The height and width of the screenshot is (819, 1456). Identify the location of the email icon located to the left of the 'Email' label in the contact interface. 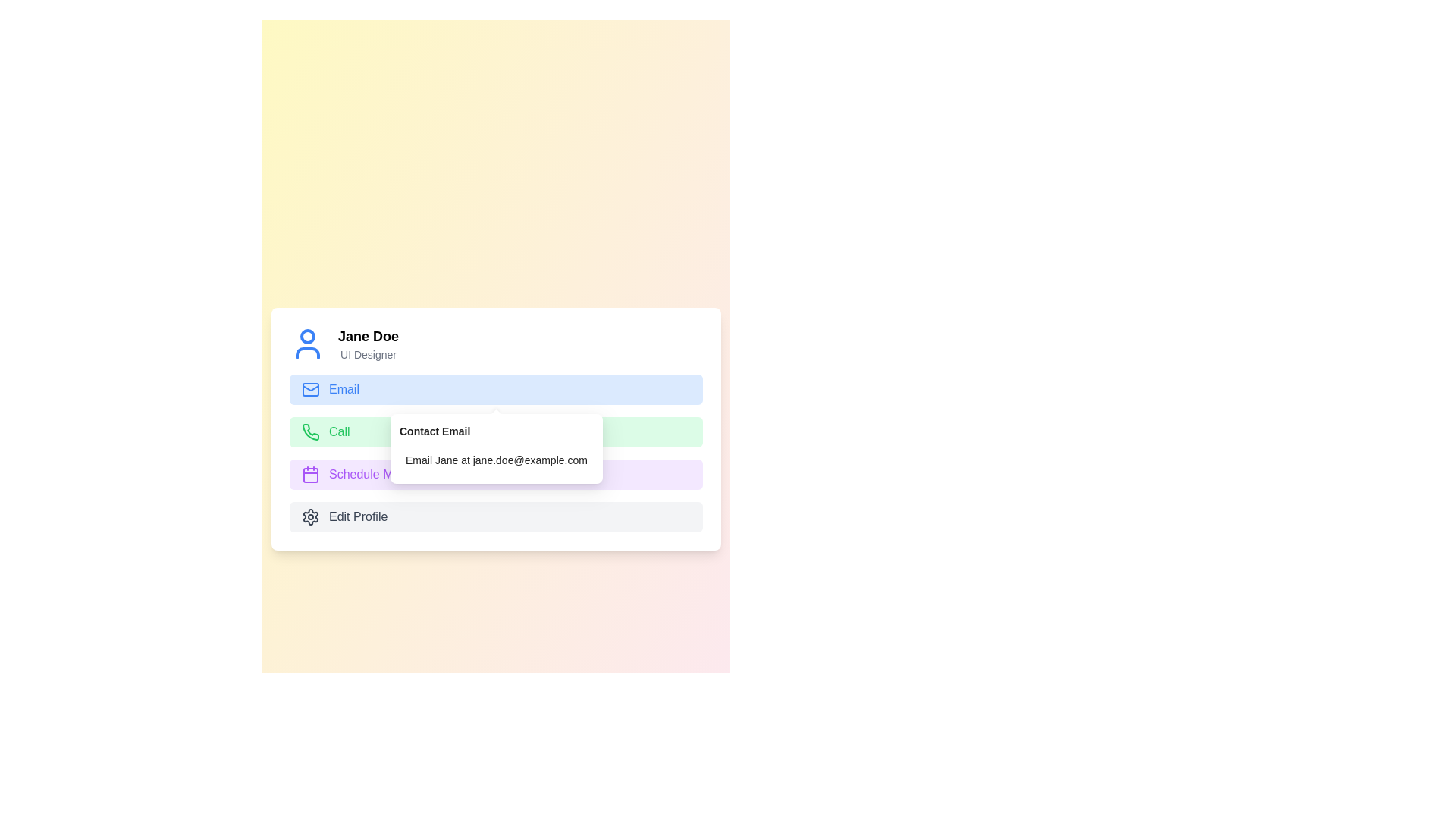
(309, 388).